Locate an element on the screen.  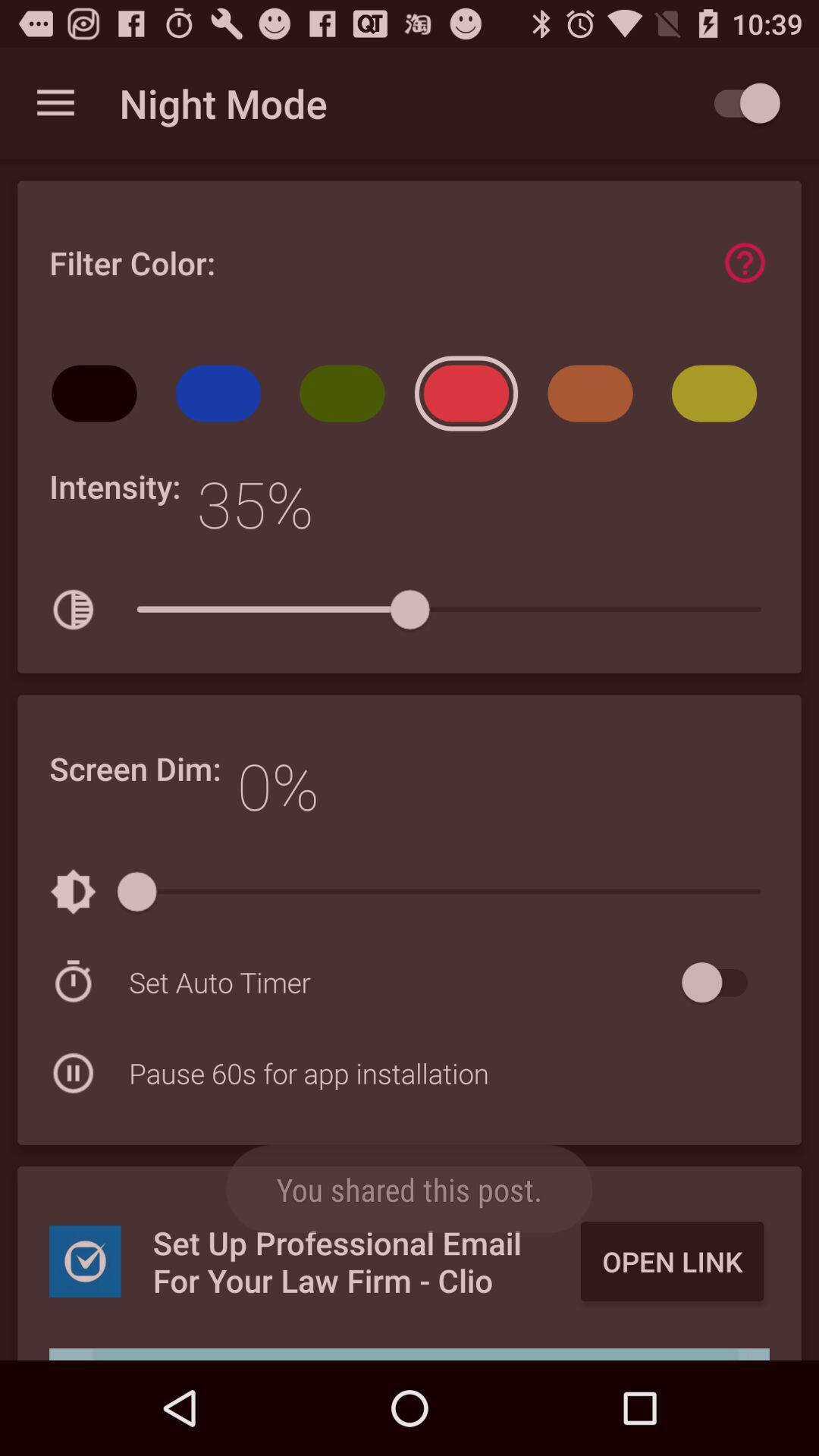
help page is located at coordinates (744, 262).